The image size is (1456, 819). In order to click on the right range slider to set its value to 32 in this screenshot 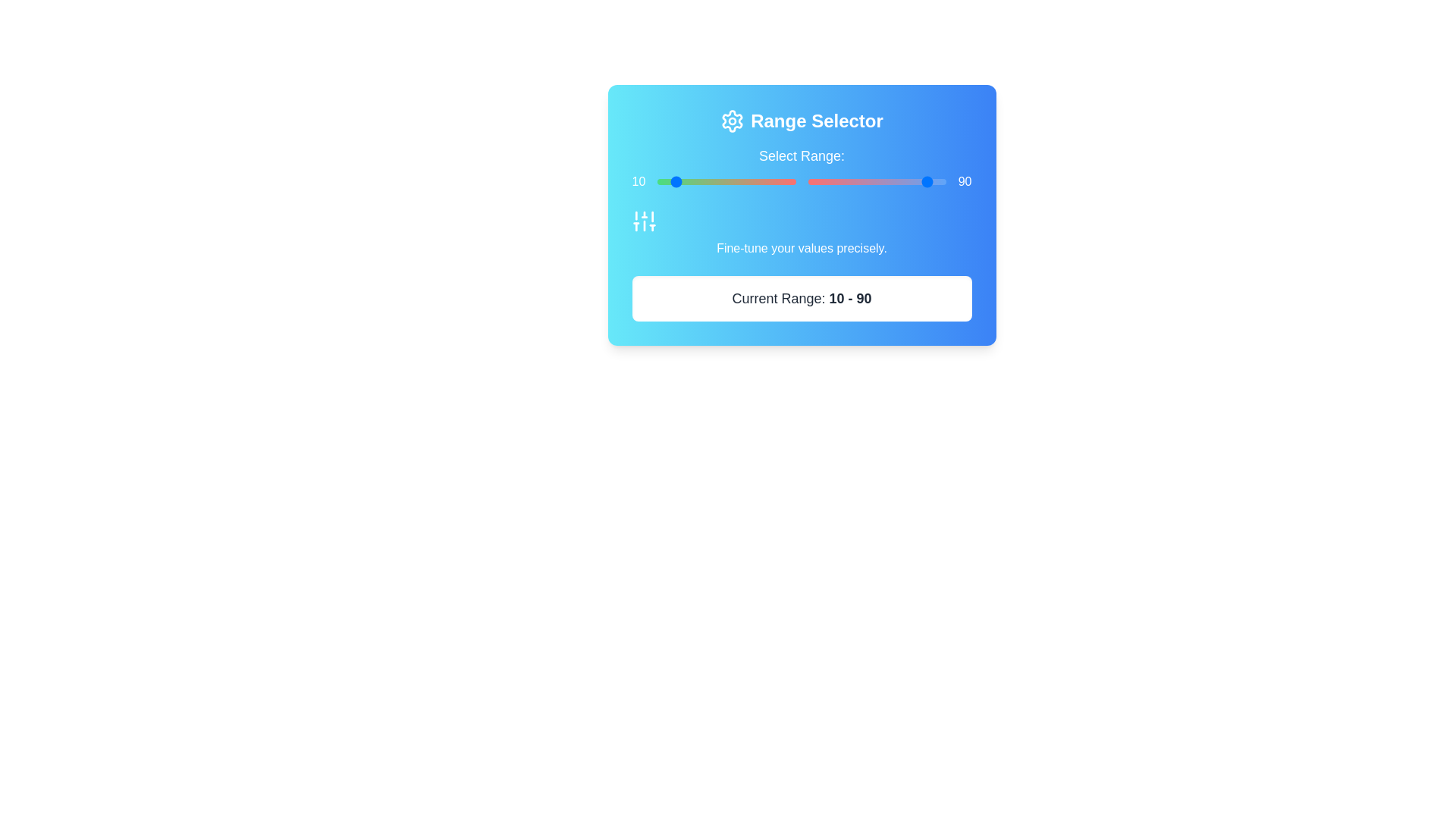, I will do `click(852, 180)`.